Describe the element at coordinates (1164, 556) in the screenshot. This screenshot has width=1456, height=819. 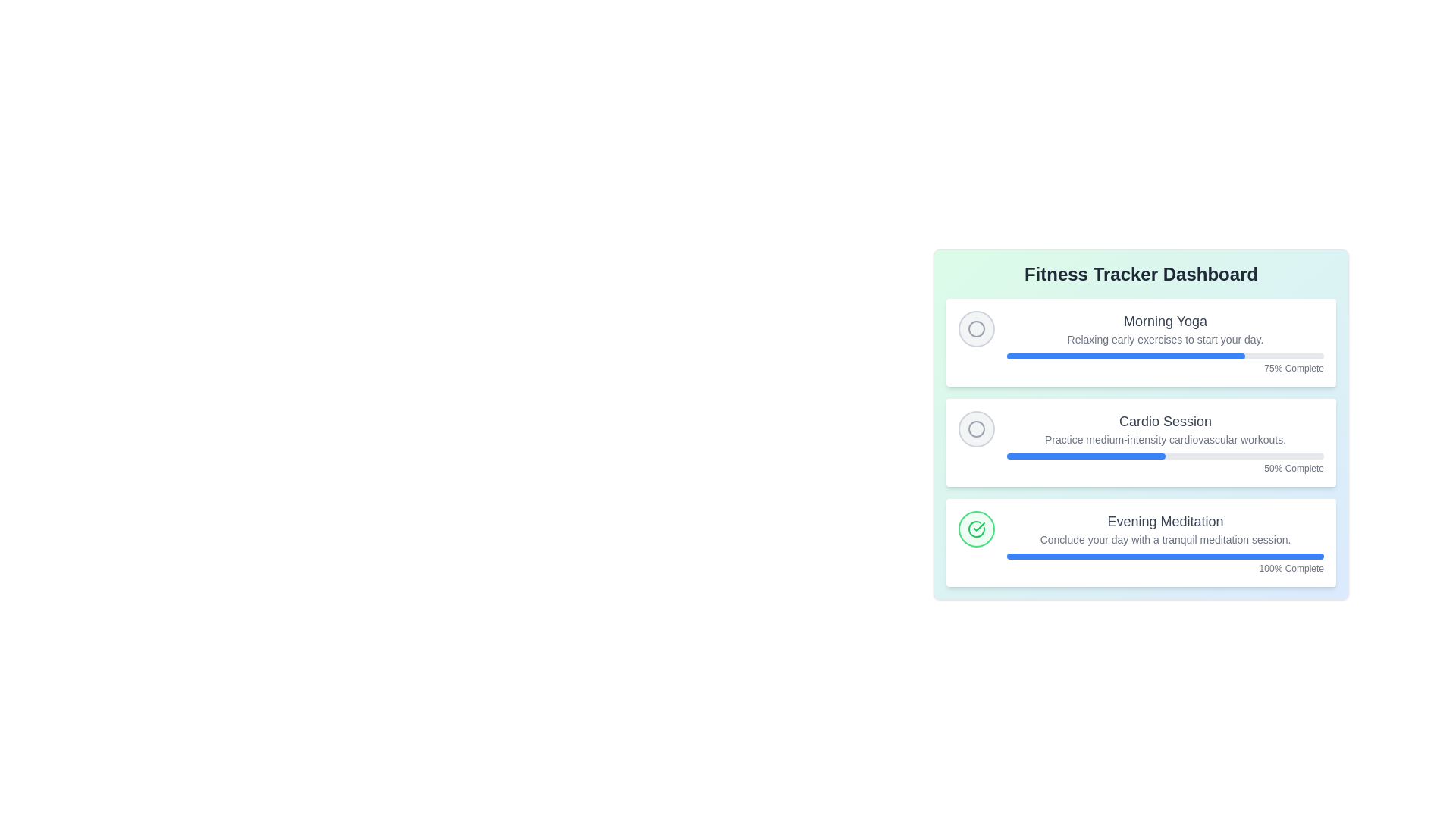
I see `the progress bar indicating completion for the 'Evening Meditation' entry in the 'Fitness Tracker Dashboard', which is fully filled with a blue segment` at that location.